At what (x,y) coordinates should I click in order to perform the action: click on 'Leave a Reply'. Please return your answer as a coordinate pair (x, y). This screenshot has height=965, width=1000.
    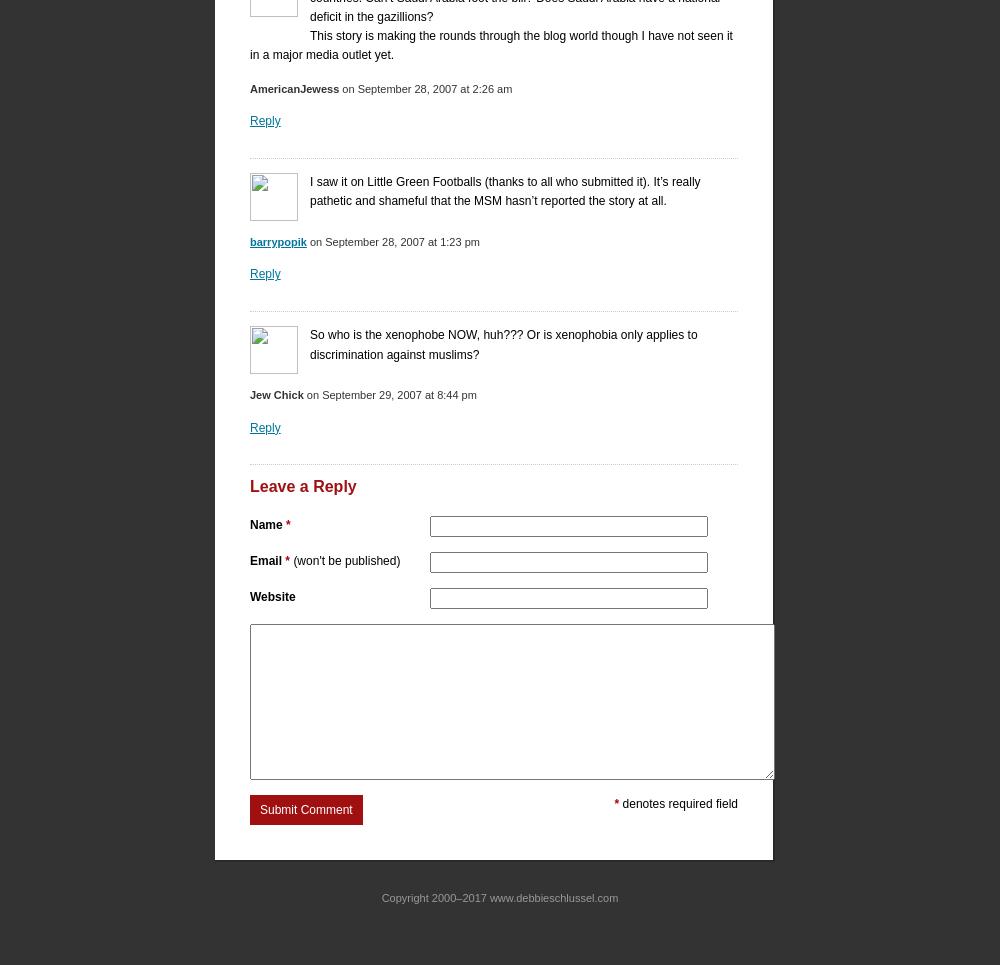
    Looking at the image, I should click on (303, 486).